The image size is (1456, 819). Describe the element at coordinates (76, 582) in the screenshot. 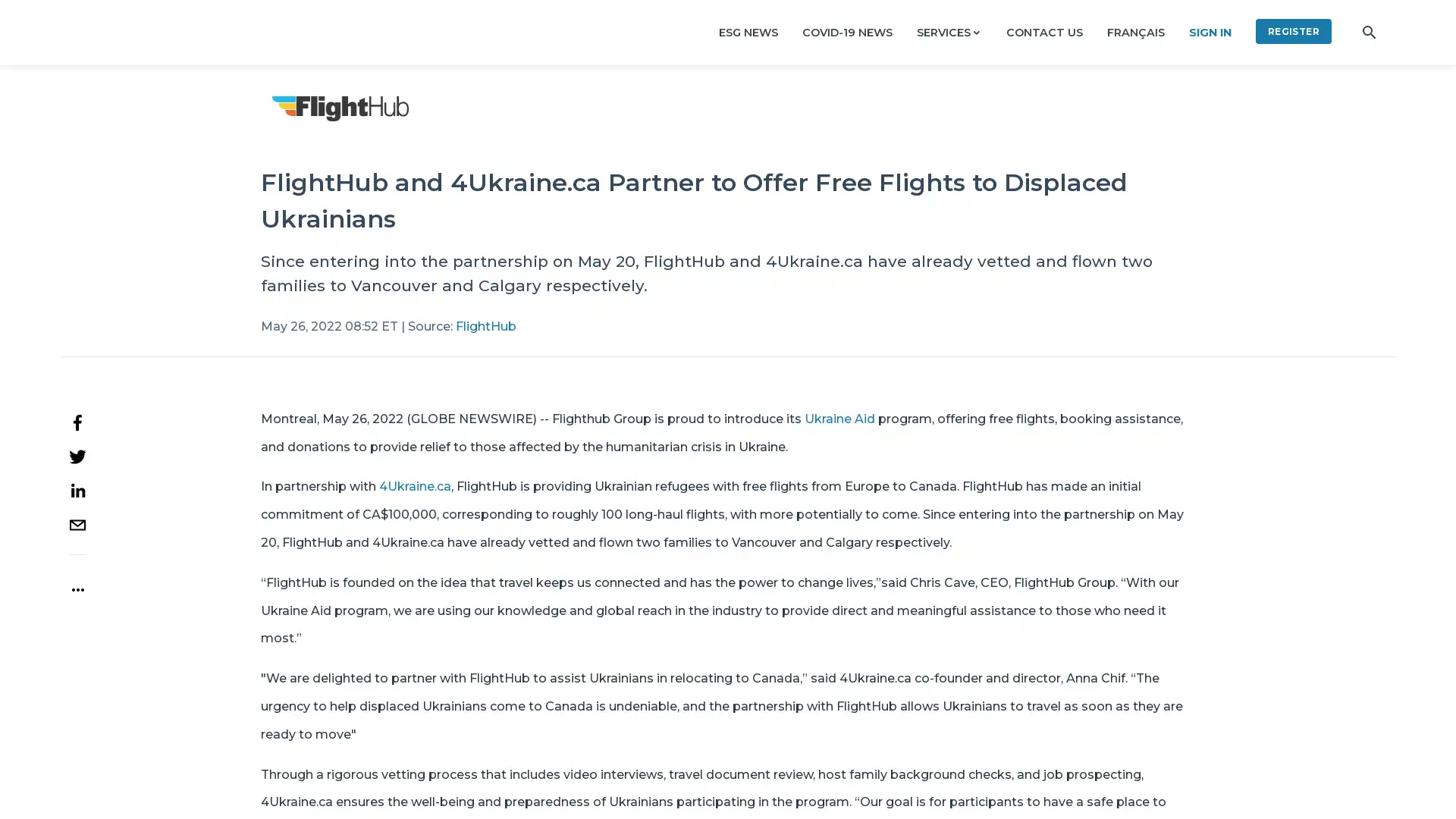

I see `...` at that location.